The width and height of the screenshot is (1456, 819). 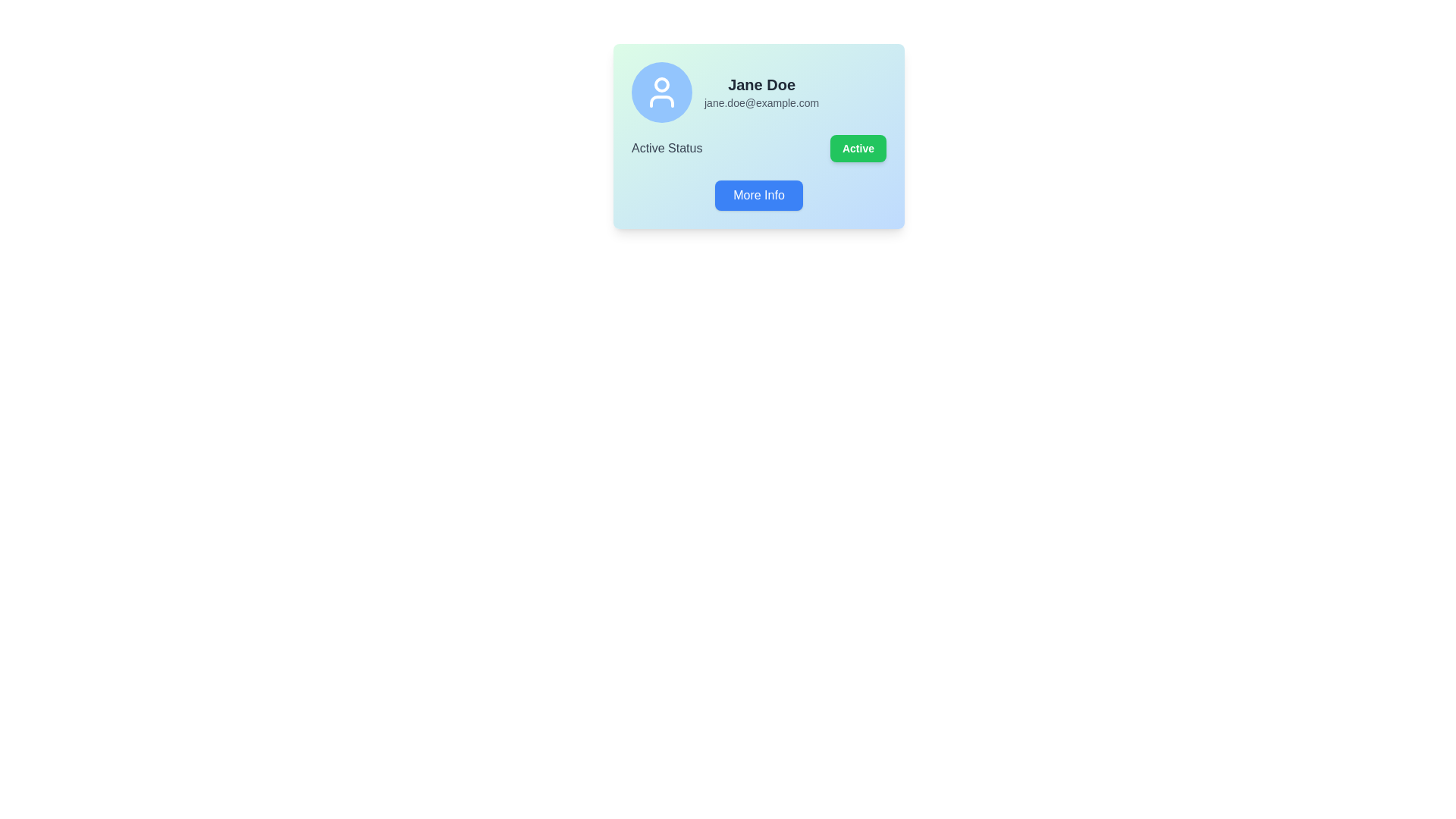 I want to click on the 'More Info' button, which is a rectangular button with rounded corners, a blue background, and white text located at the bottom center of the user information card, so click(x=759, y=195).